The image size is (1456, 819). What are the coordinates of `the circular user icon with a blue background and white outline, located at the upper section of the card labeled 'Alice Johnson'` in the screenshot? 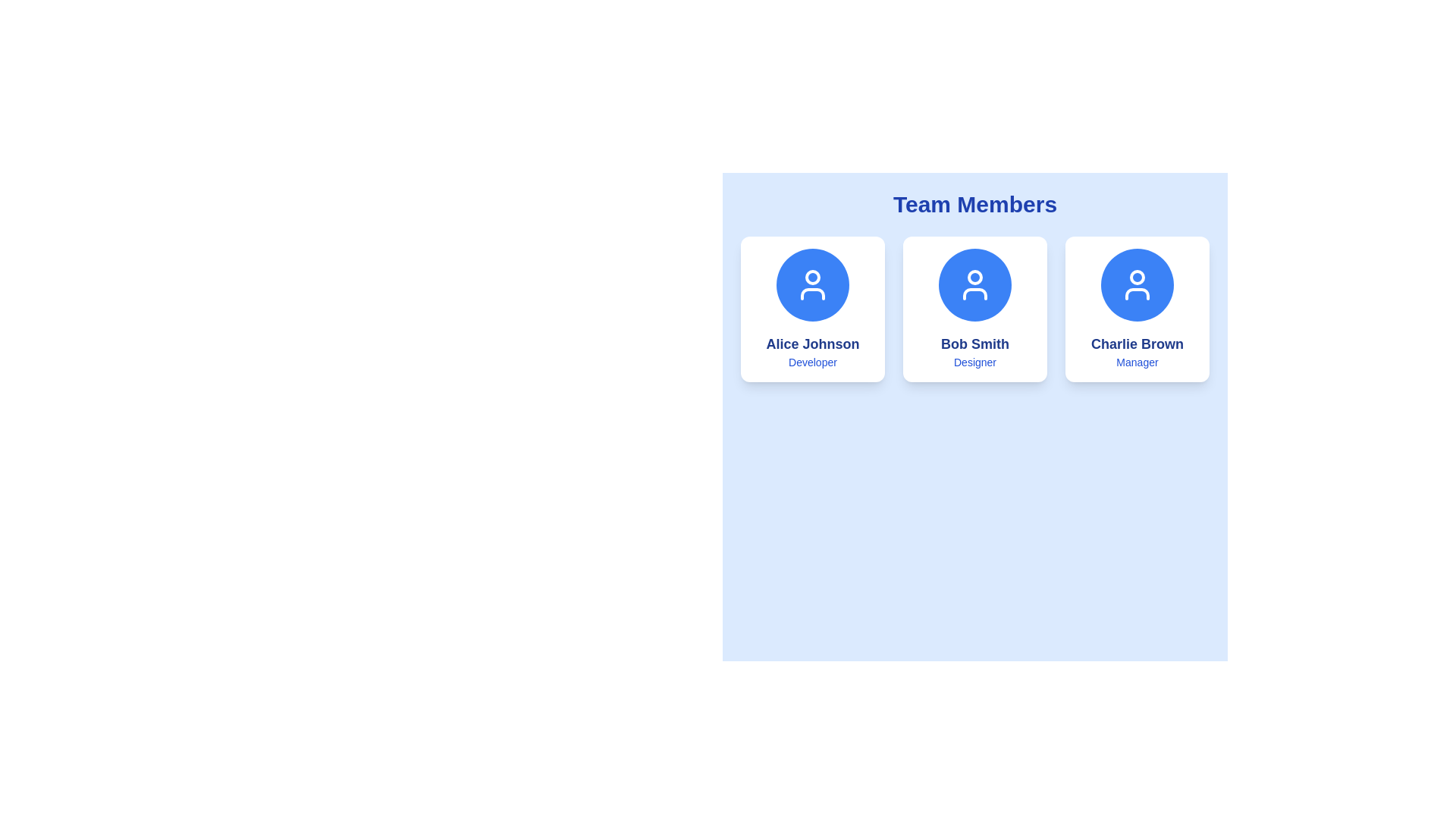 It's located at (811, 284).